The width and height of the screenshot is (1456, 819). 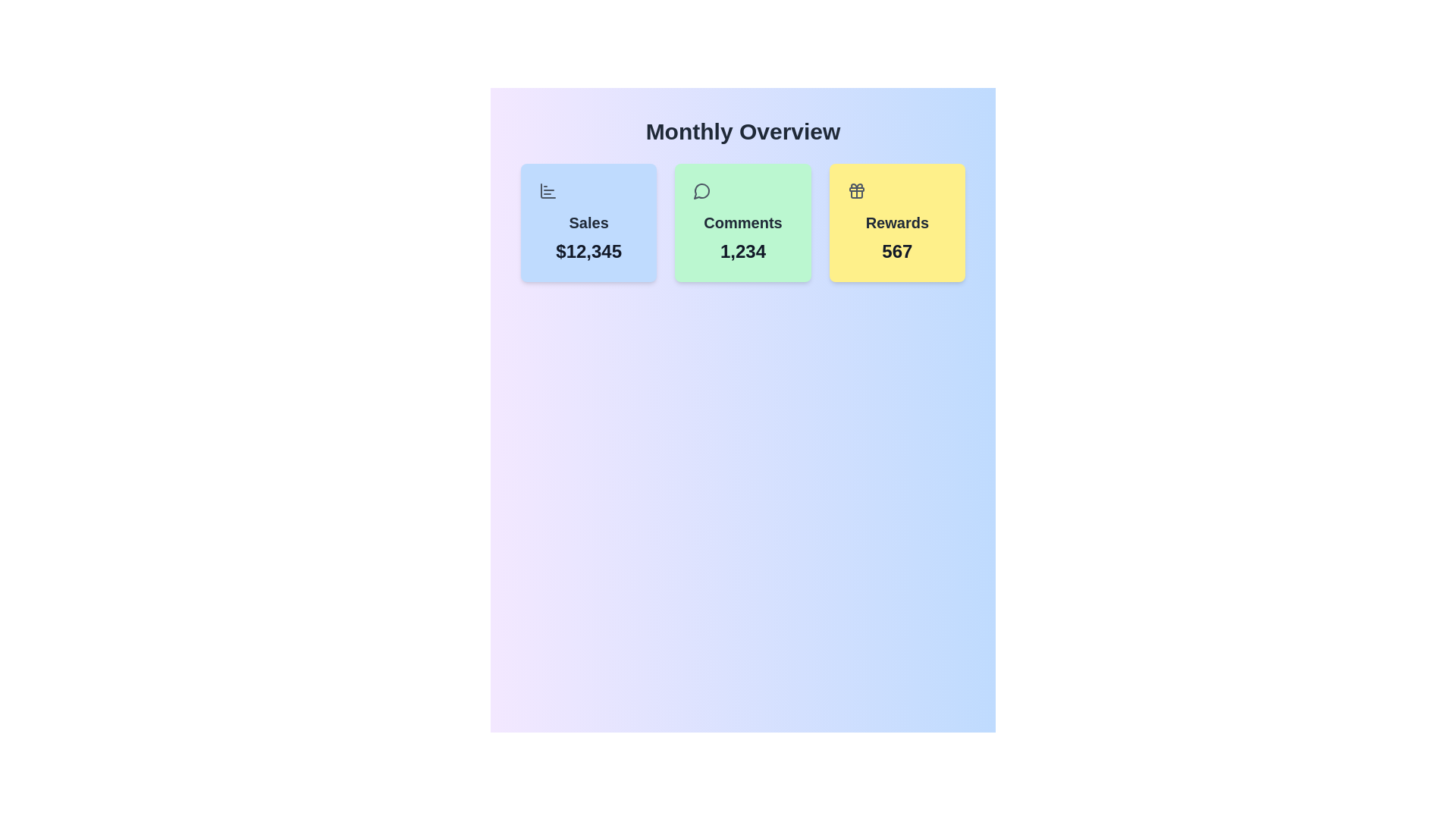 What do you see at coordinates (588, 250) in the screenshot?
I see `the bold text label displaying the number '$12,345' in black font against a light blue background` at bounding box center [588, 250].